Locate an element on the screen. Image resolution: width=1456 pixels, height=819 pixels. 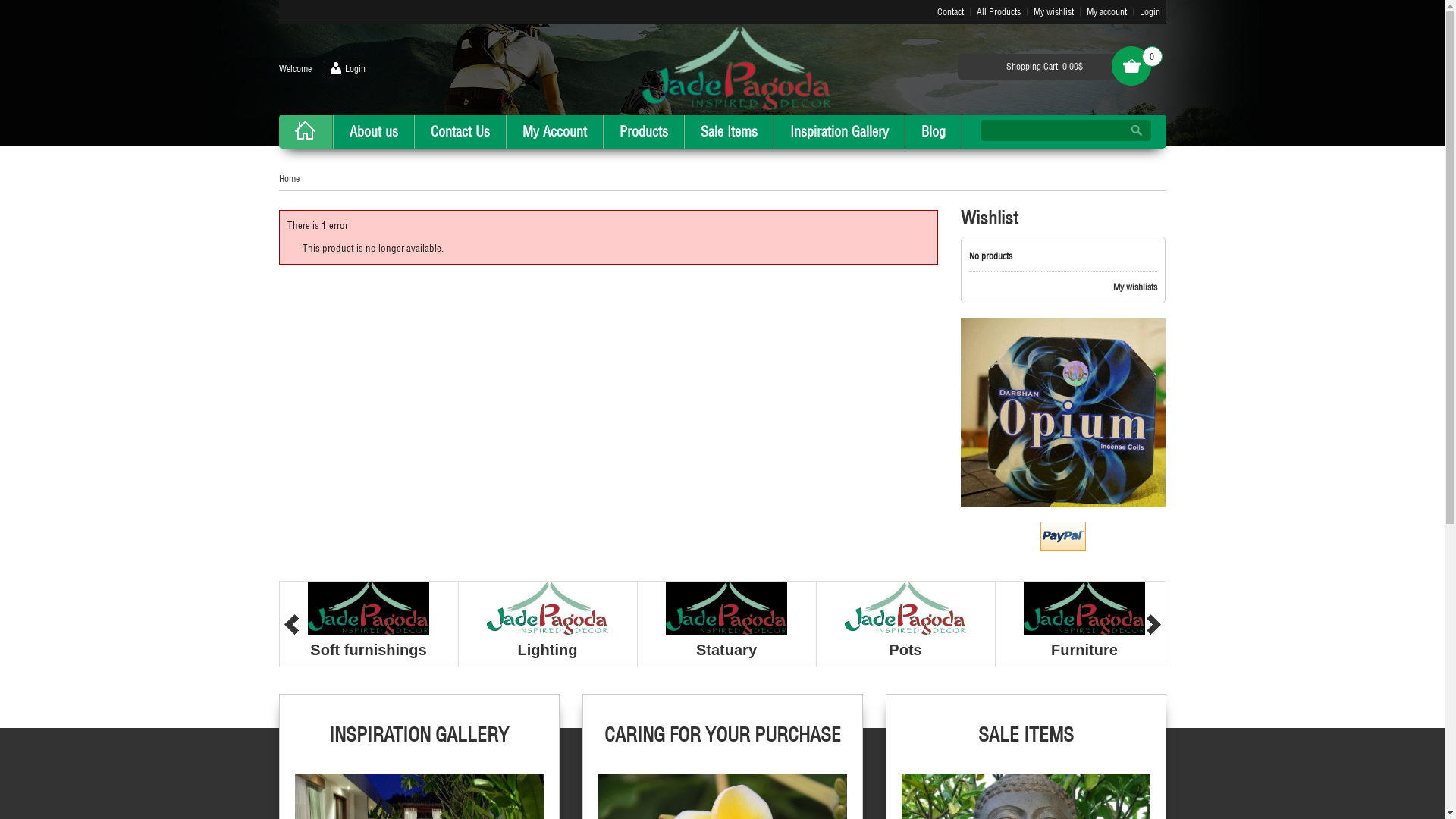
'Blog' is located at coordinates (931, 130).